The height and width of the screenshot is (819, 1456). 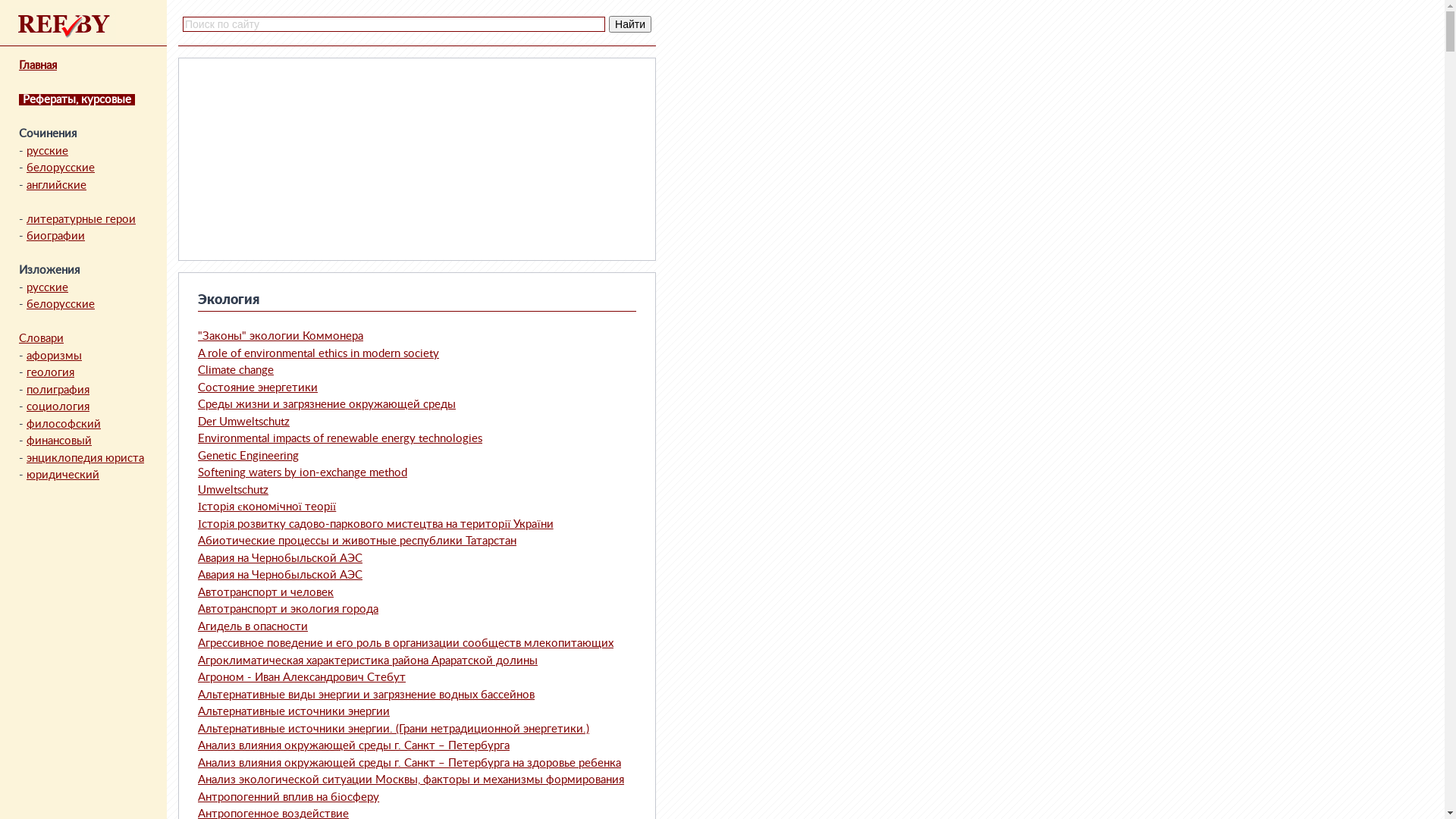 I want to click on 'Advertisement', so click(x=298, y=158).